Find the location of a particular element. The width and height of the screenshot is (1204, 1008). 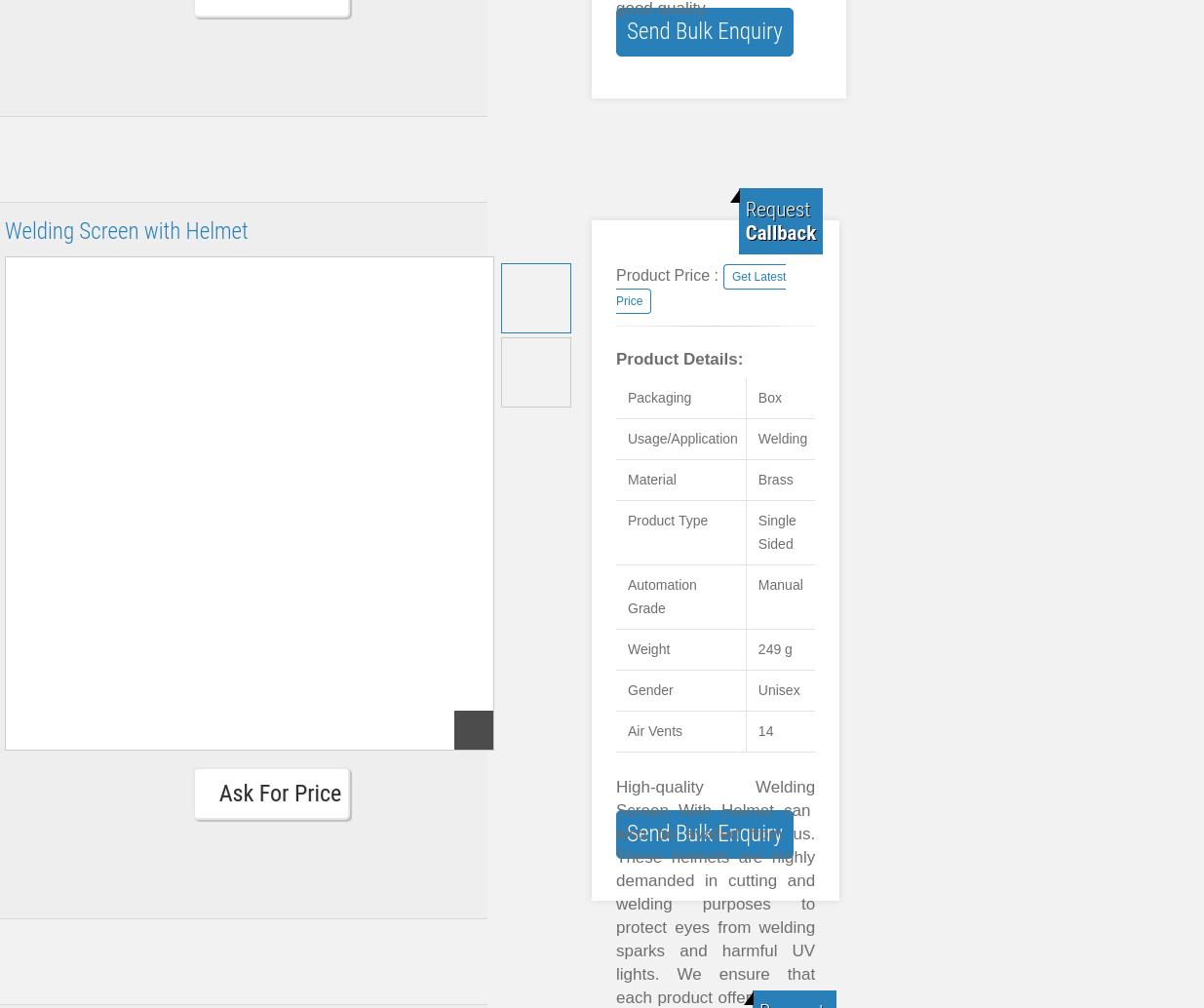

'Brass' is located at coordinates (774, 478).